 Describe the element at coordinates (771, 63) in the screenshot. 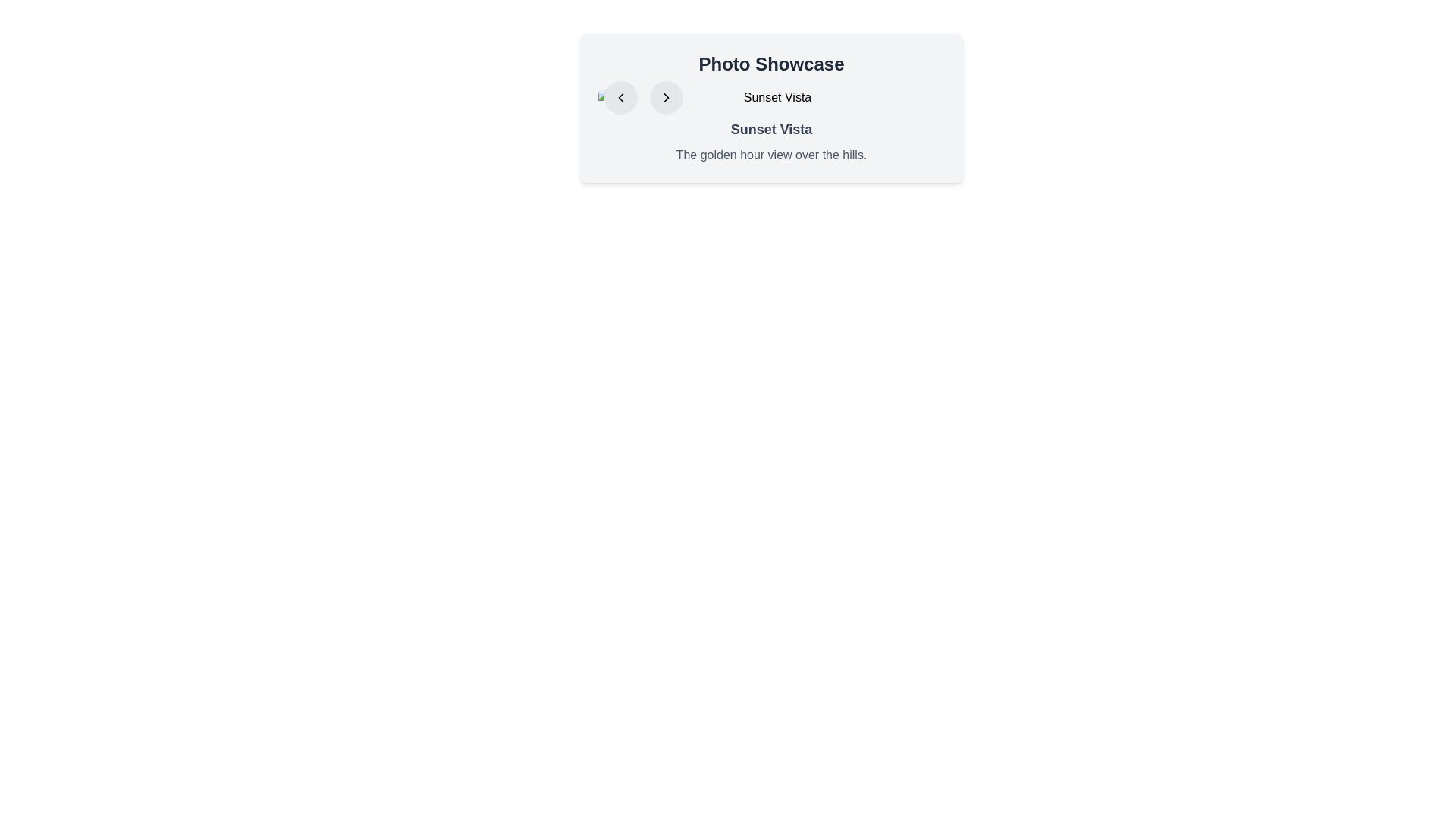

I see `the Header text element that serves as the title for the photo showcase section, located at the top of its light gray, rounded, and shadowed card` at that location.